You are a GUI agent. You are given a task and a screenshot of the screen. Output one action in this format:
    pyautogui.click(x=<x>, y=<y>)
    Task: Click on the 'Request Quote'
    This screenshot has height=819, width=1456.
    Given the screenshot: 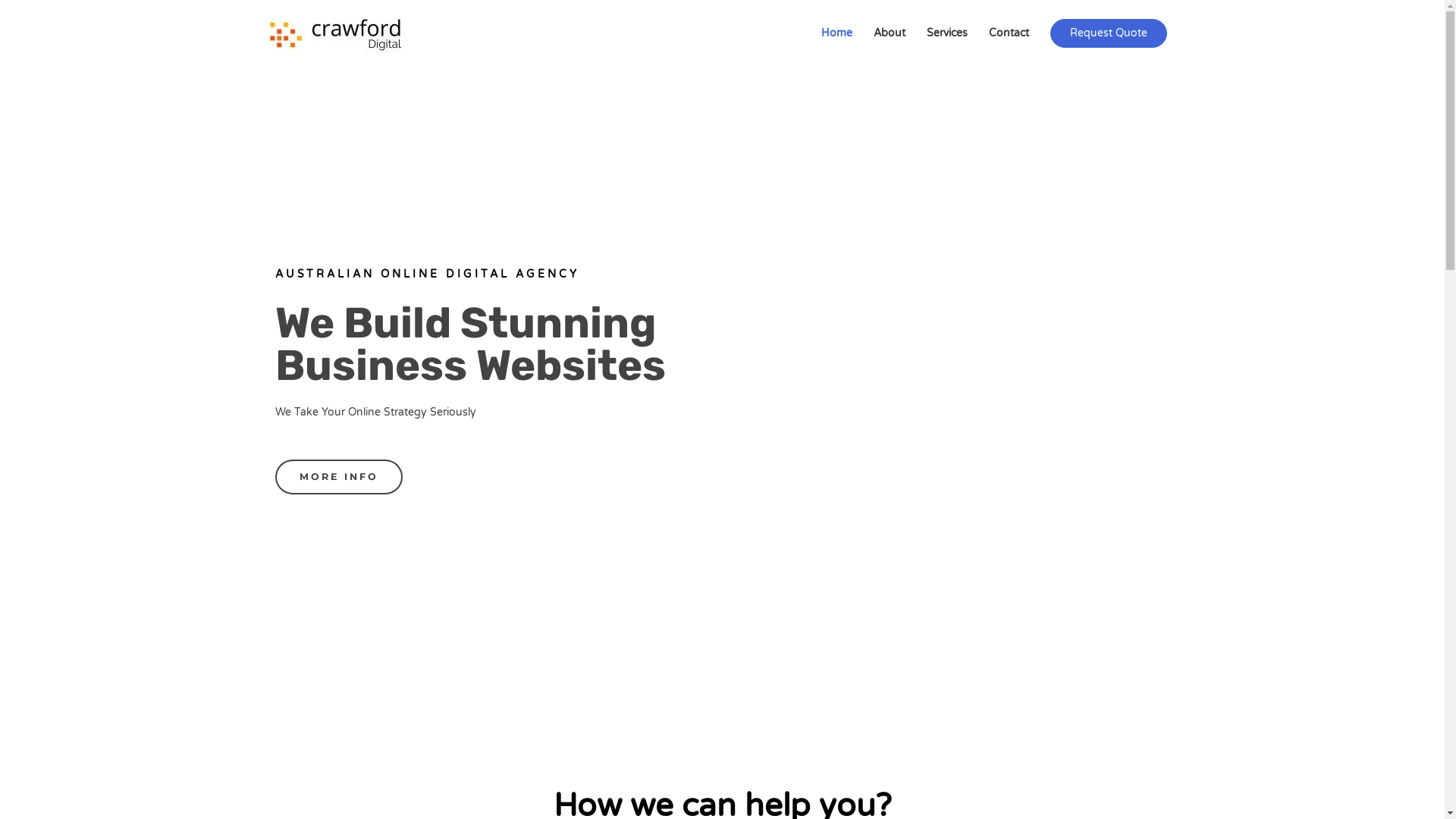 What is the action you would take?
    pyautogui.click(x=1048, y=33)
    